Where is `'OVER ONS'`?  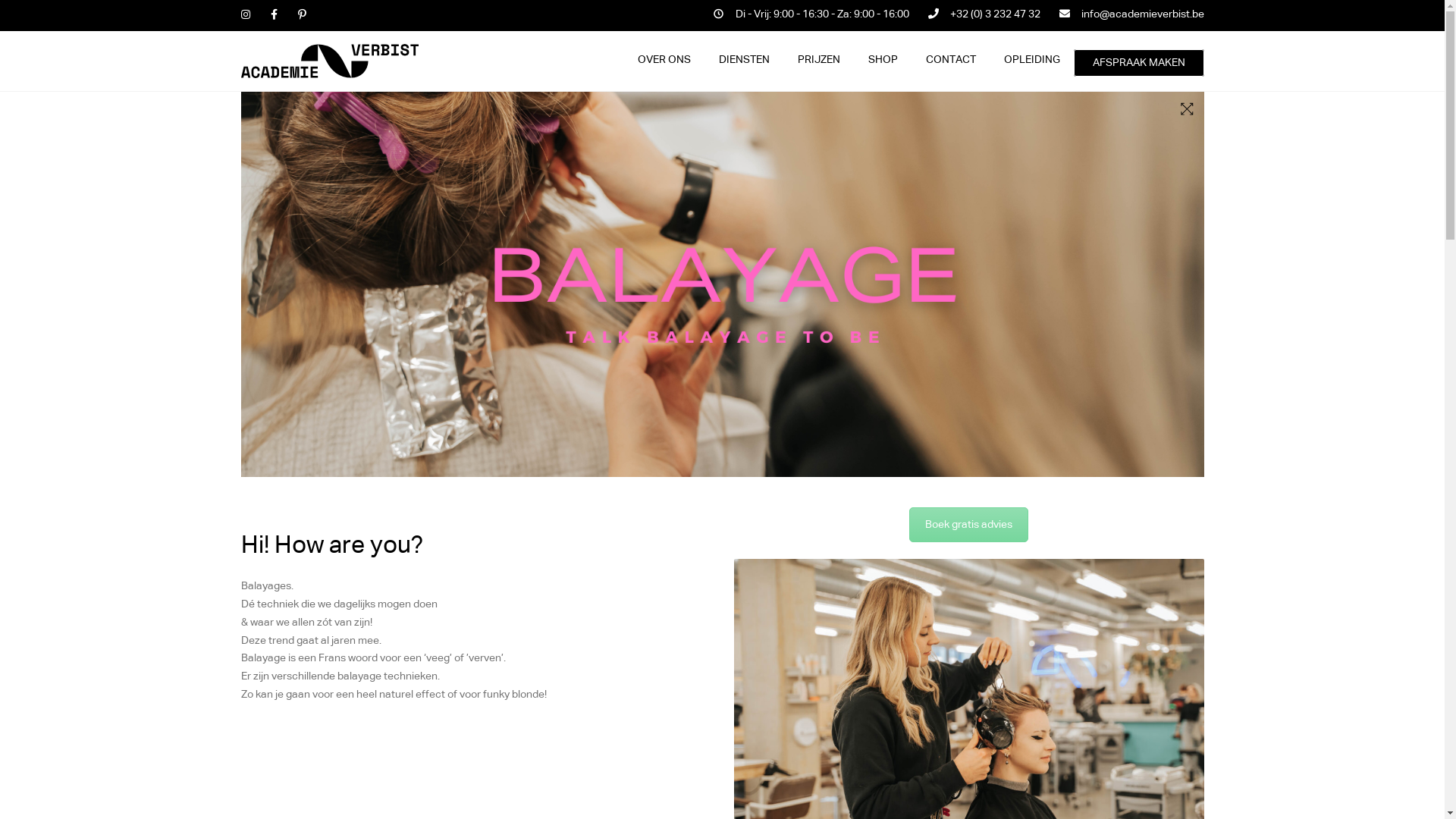 'OVER ONS' is located at coordinates (663, 60).